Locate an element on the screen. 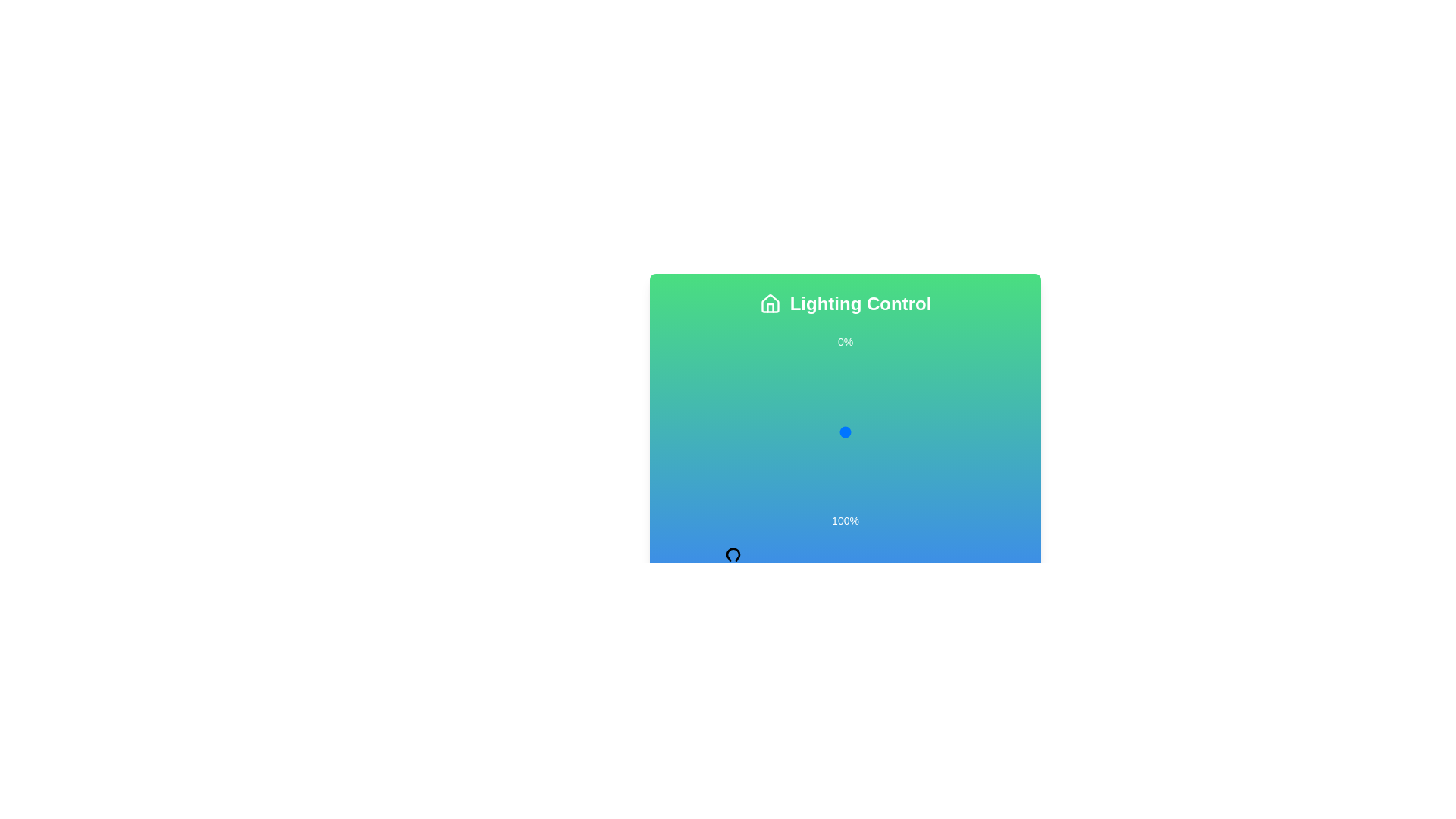  the lighting level percentage is located at coordinates (836, 431).